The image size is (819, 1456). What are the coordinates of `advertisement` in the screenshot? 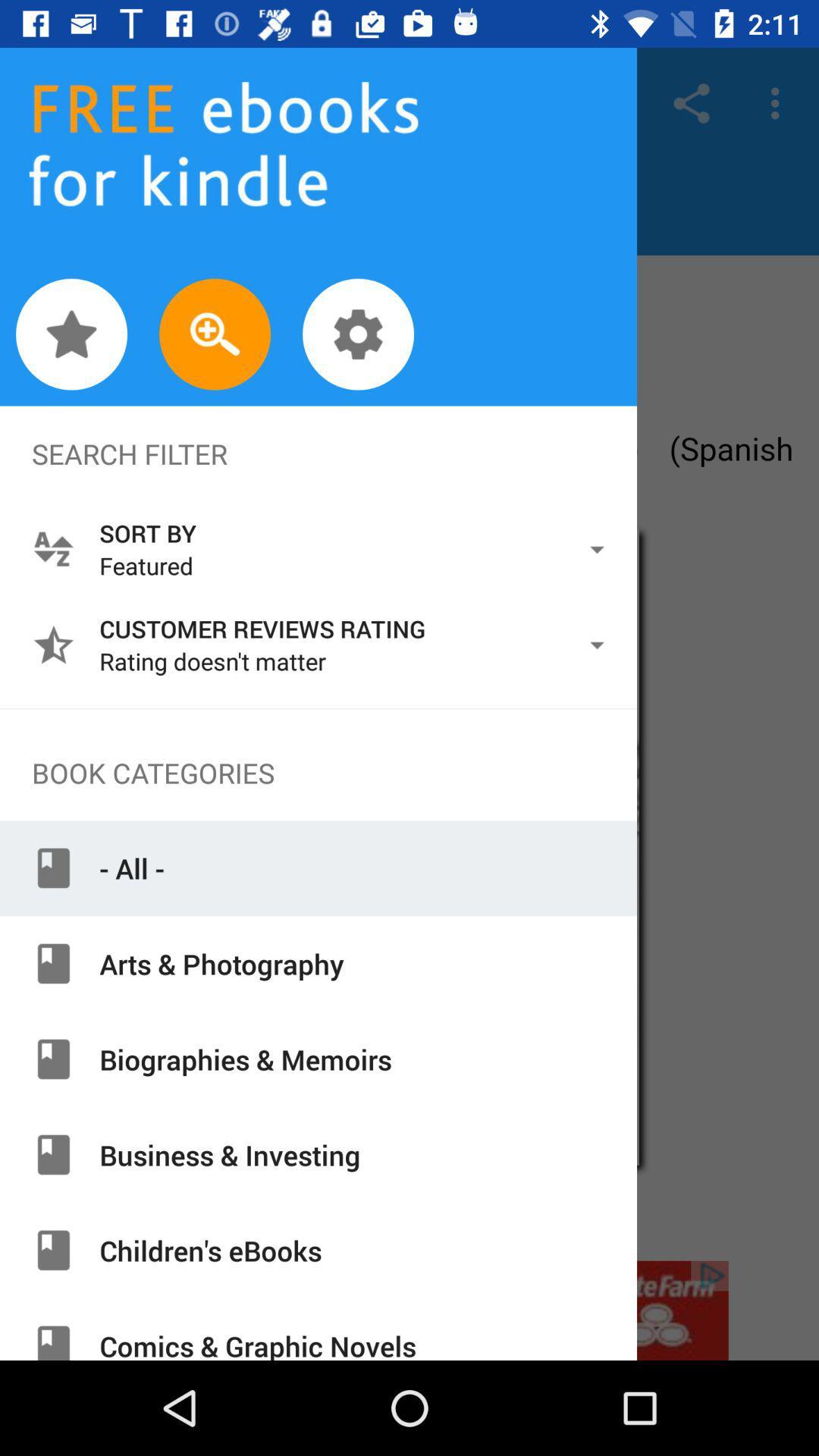 It's located at (409, 1310).